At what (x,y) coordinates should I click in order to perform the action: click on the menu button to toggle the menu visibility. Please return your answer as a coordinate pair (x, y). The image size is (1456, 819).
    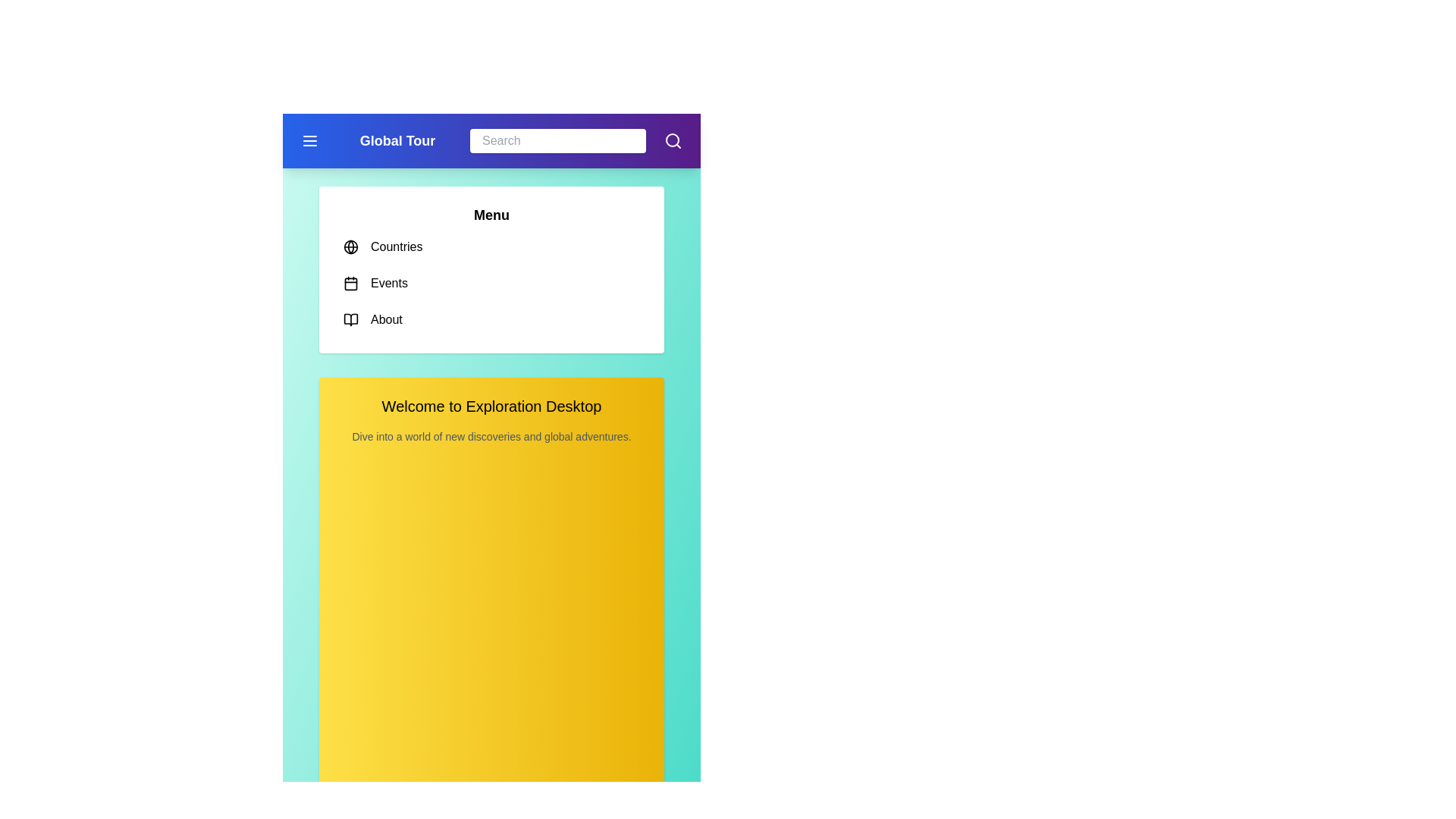
    Looking at the image, I should click on (309, 140).